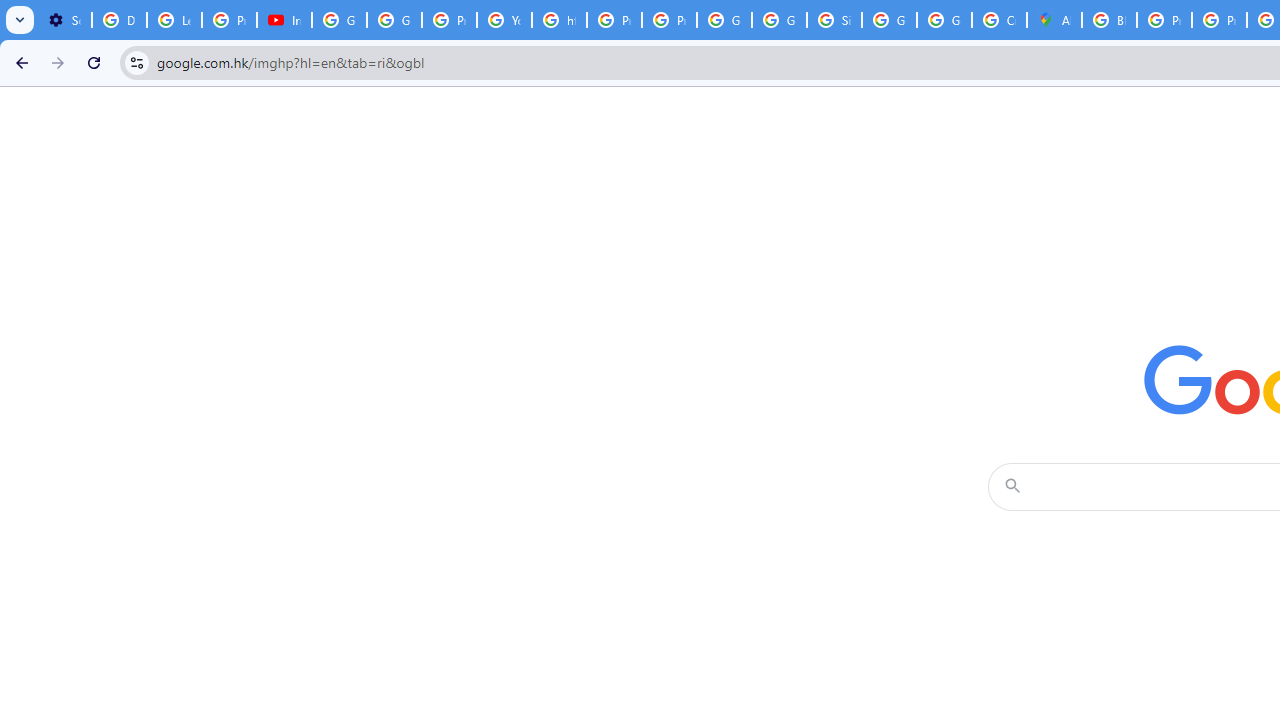 The image size is (1280, 720). I want to click on 'https://scholar.google.com/', so click(560, 20).